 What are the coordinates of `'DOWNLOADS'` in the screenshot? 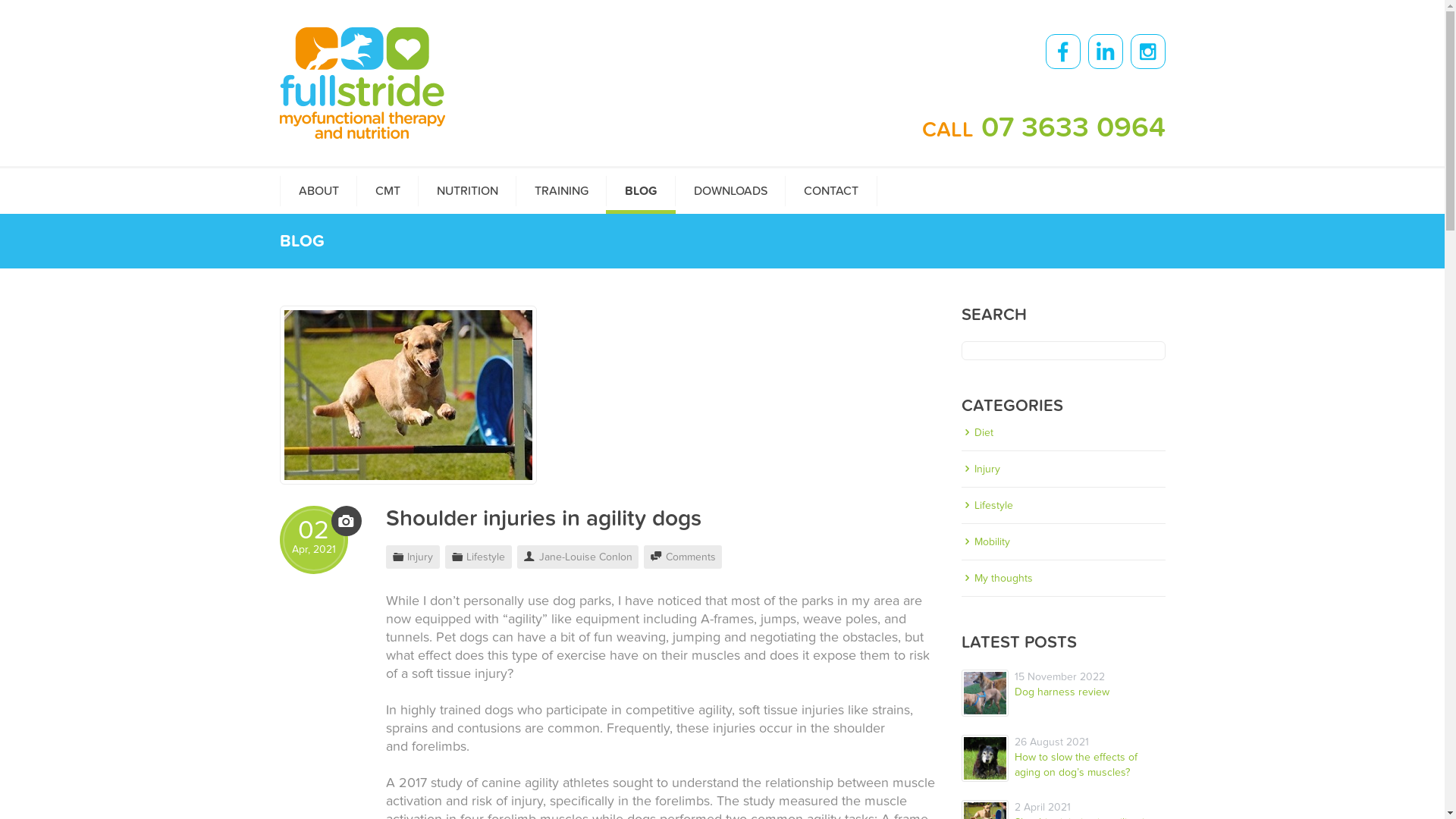 It's located at (730, 190).